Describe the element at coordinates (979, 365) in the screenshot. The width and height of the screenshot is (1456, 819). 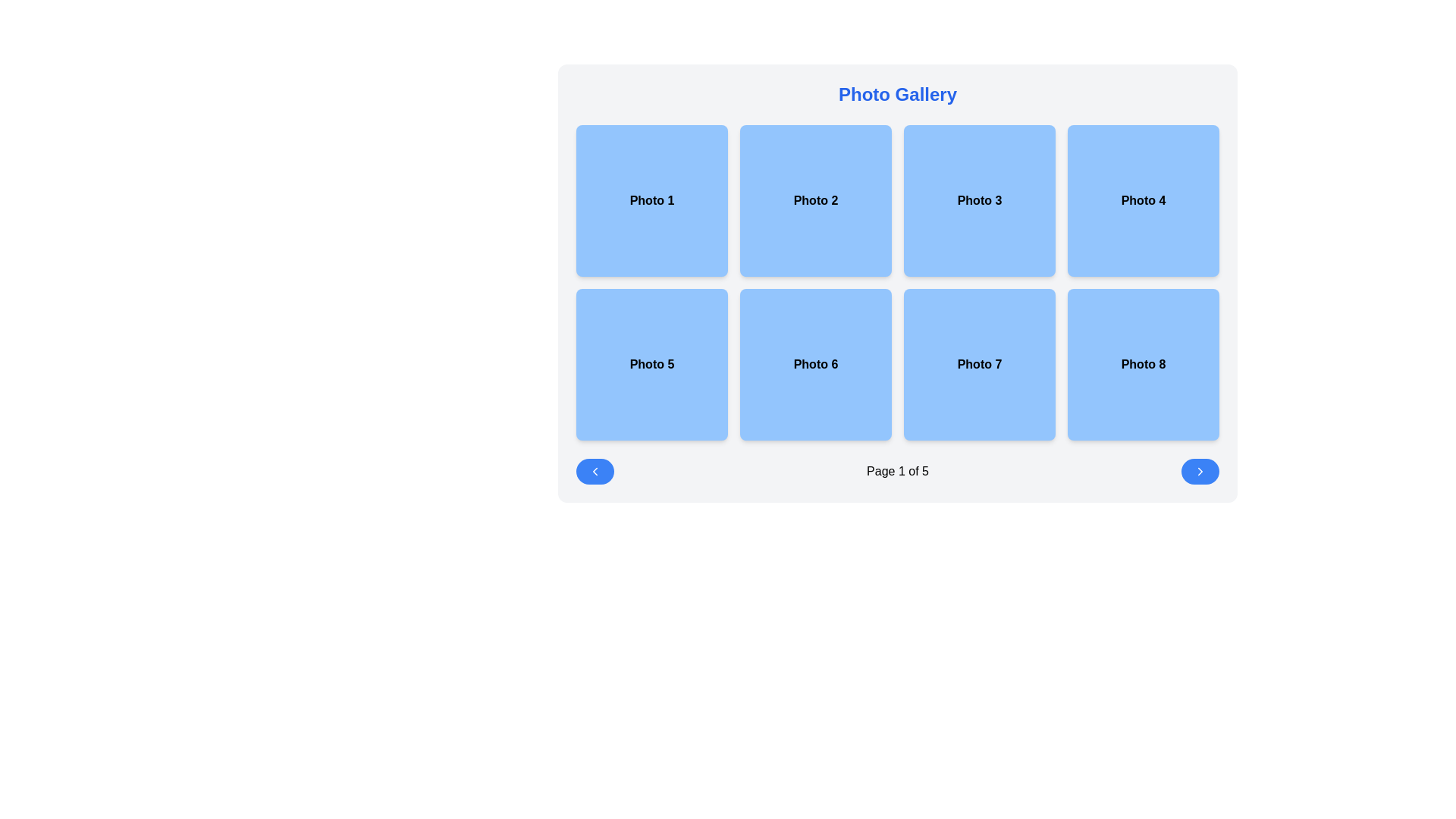
I see `the static label or button labeled 'Photo 7', which is located in the second row, third column of a 4x2 grid` at that location.